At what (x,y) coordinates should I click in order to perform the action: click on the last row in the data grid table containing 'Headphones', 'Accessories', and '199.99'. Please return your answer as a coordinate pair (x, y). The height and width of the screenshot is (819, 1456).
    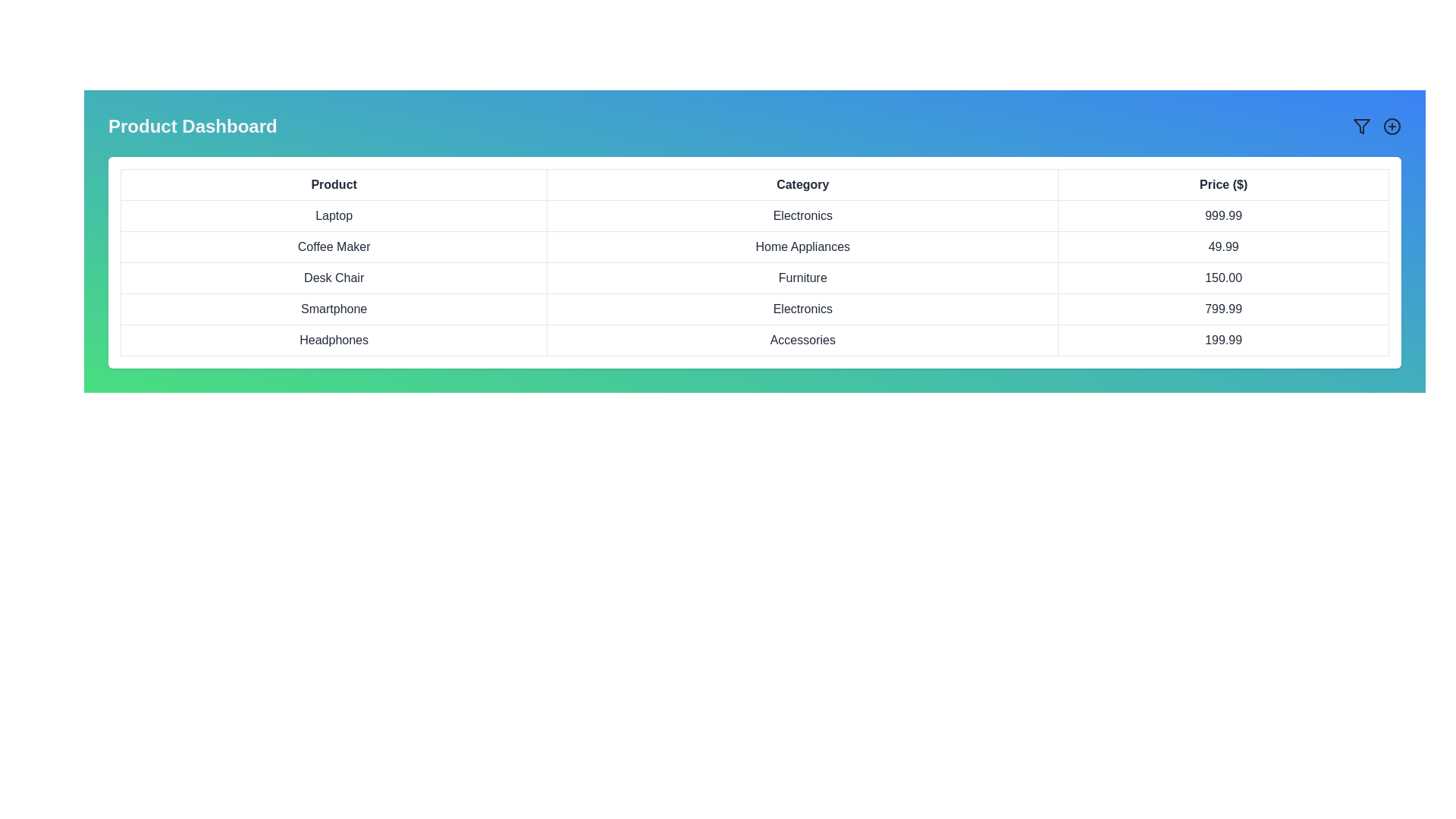
    Looking at the image, I should click on (755, 339).